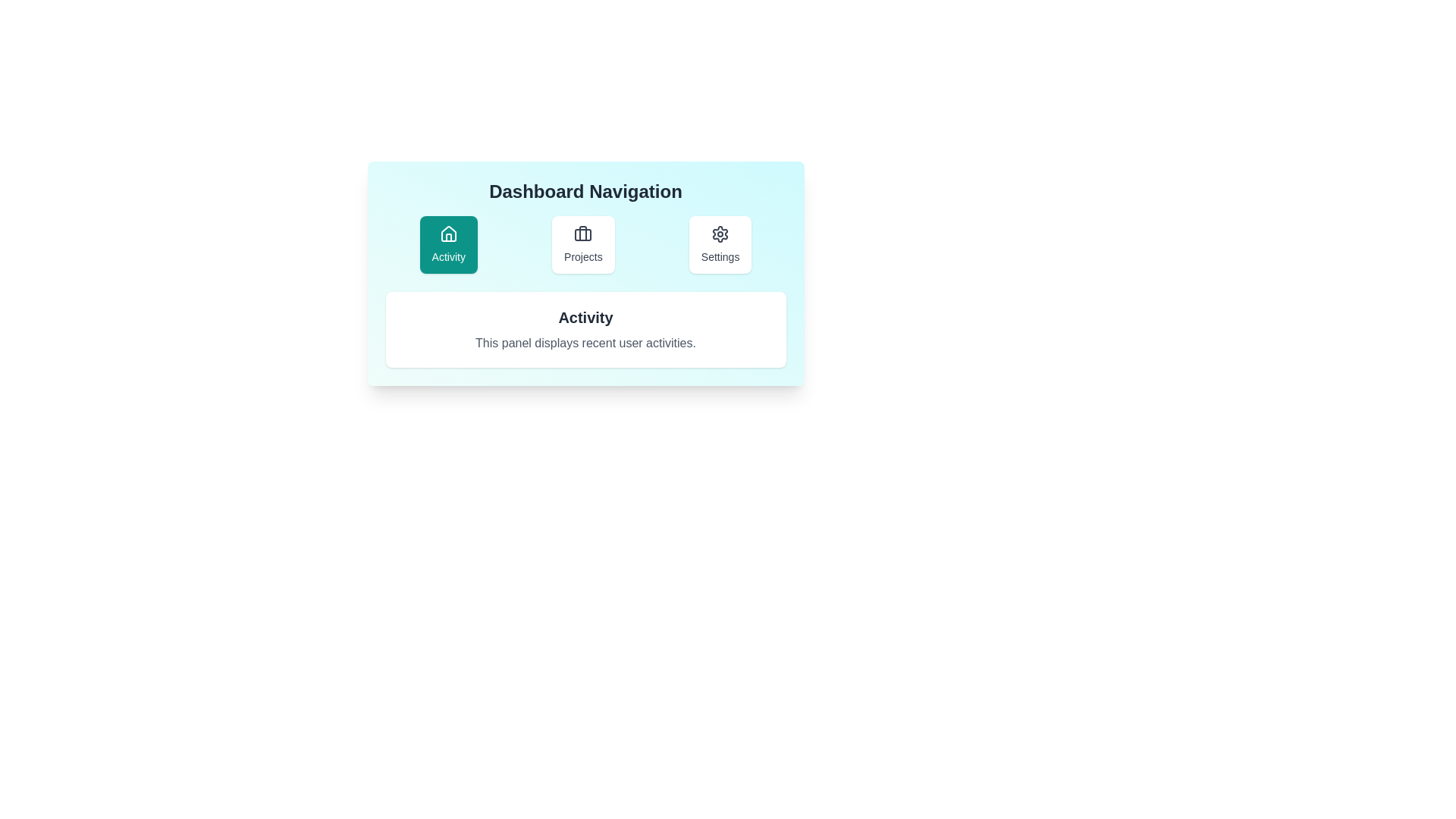 The width and height of the screenshot is (1456, 819). I want to click on the teal-green button with a house icon and the text 'Activity', so click(447, 244).